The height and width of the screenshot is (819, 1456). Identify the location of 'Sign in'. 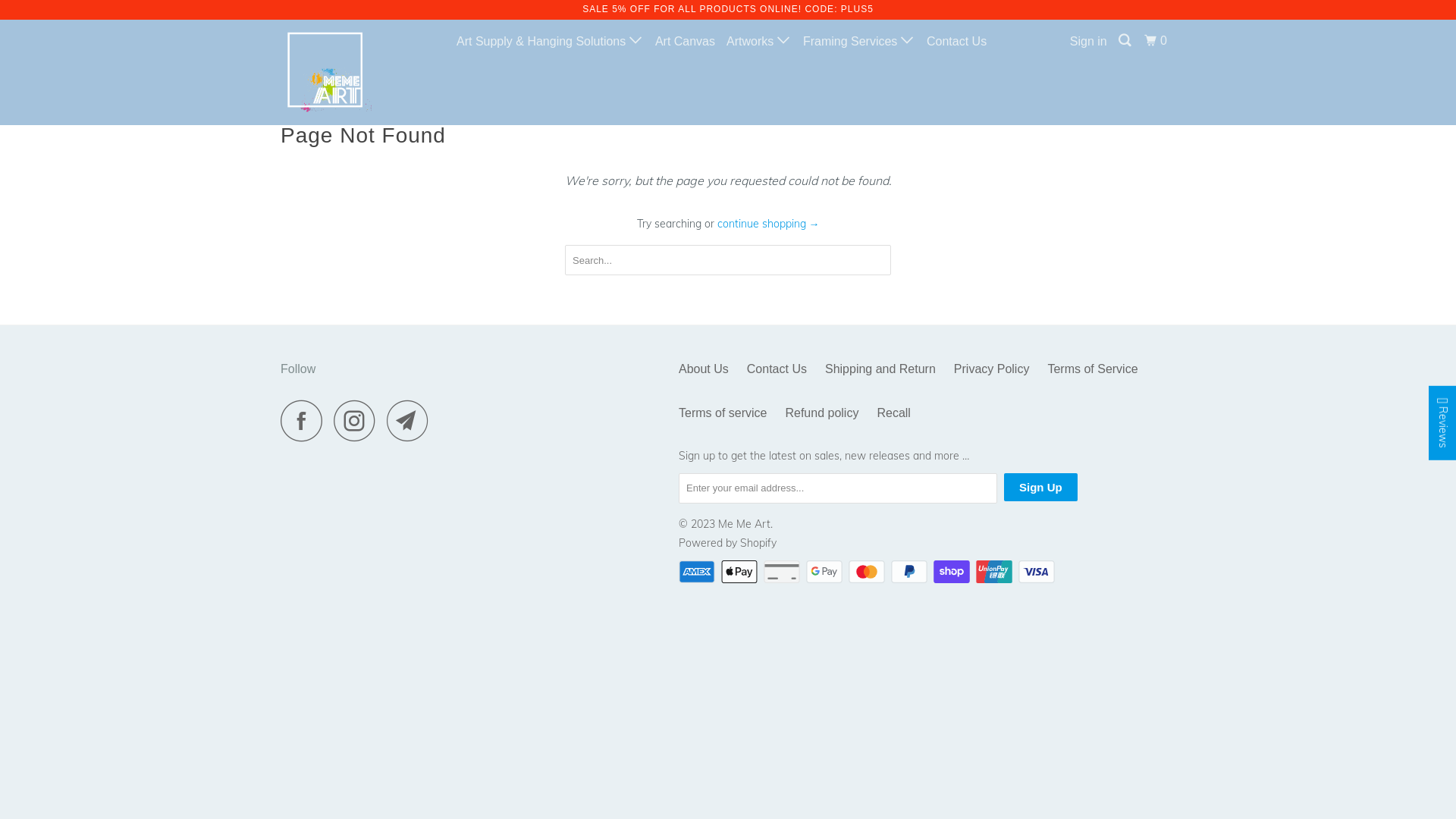
(1065, 40).